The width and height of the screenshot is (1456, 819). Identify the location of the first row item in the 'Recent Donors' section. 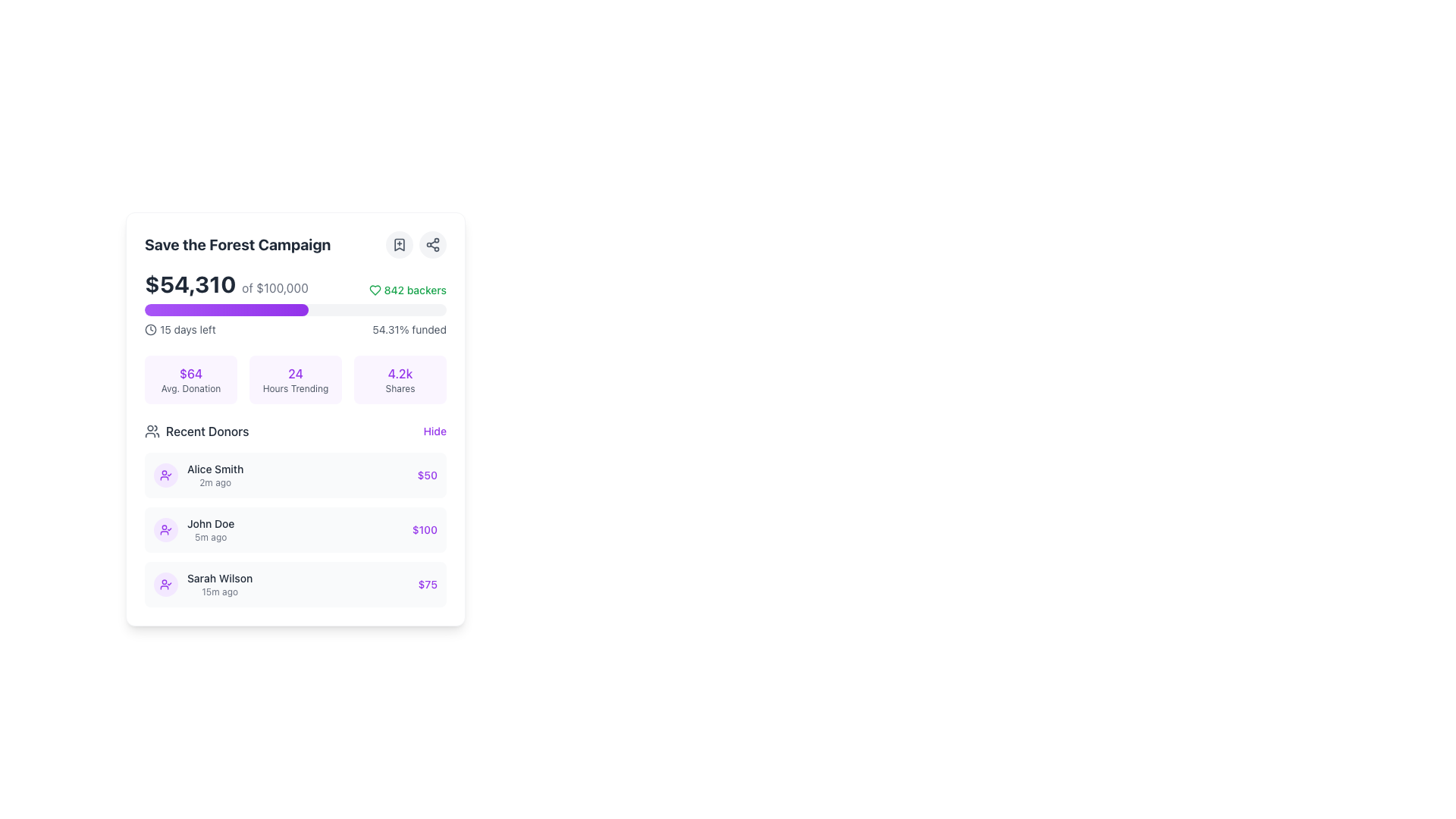
(295, 475).